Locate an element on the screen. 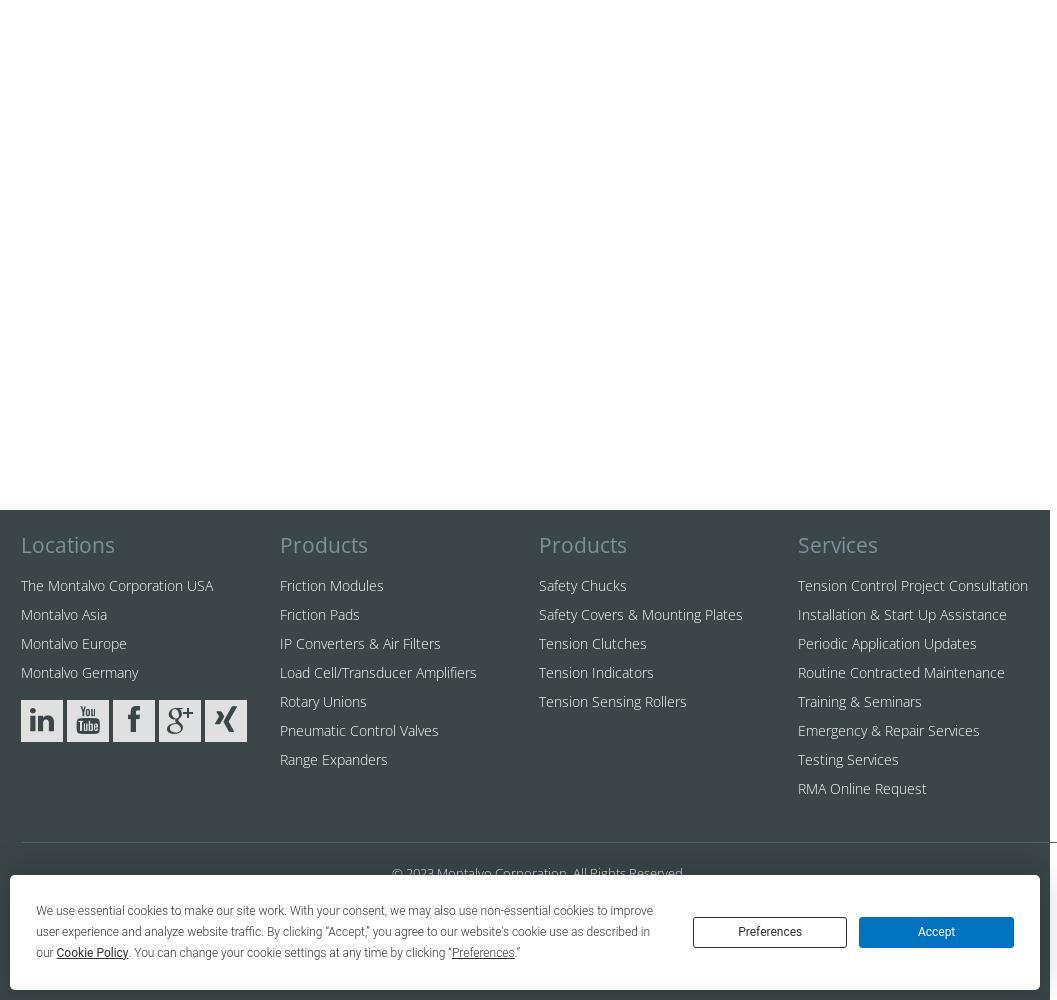  'Montalvo Asia' is located at coordinates (63, 613).